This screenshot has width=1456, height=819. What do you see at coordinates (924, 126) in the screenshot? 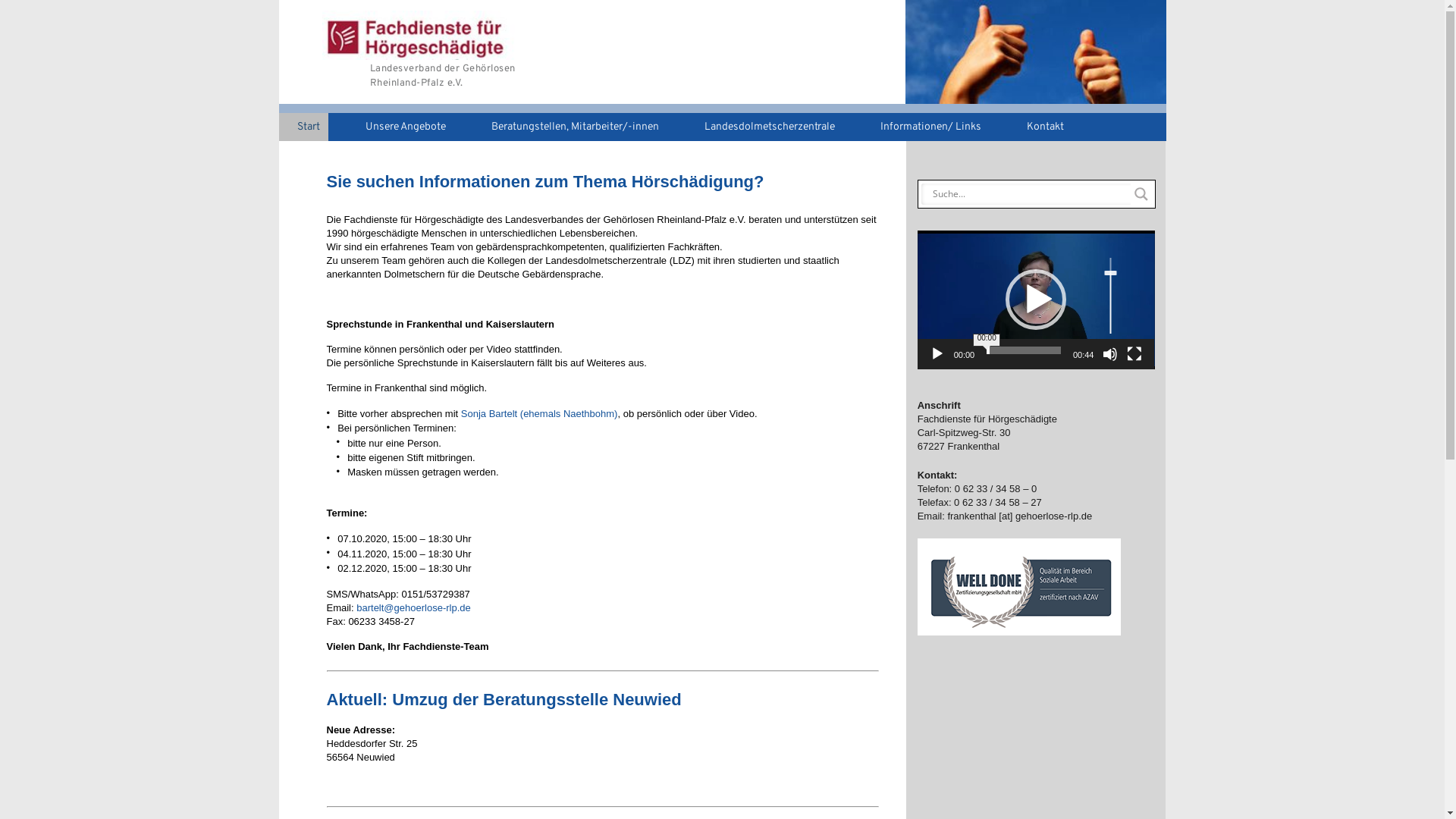
I see `'Informationen/ Links'` at bounding box center [924, 126].